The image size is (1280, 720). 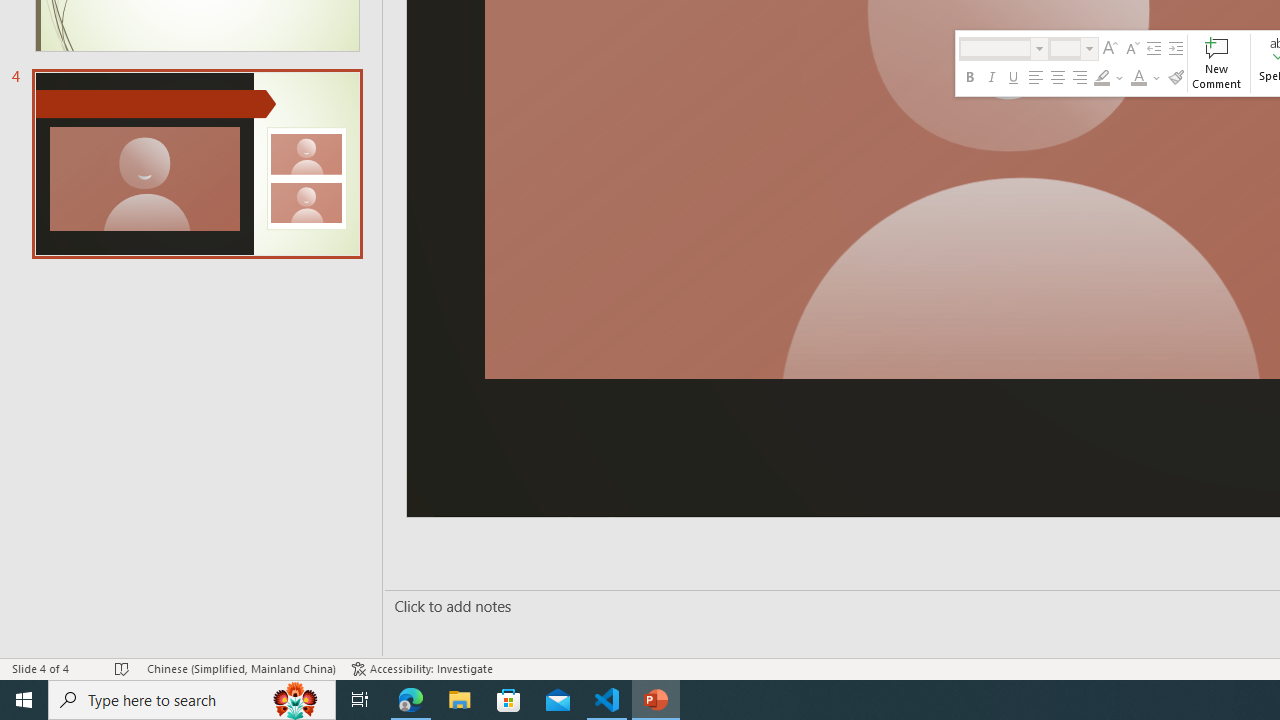 I want to click on 'More Options', so click(x=1157, y=77).